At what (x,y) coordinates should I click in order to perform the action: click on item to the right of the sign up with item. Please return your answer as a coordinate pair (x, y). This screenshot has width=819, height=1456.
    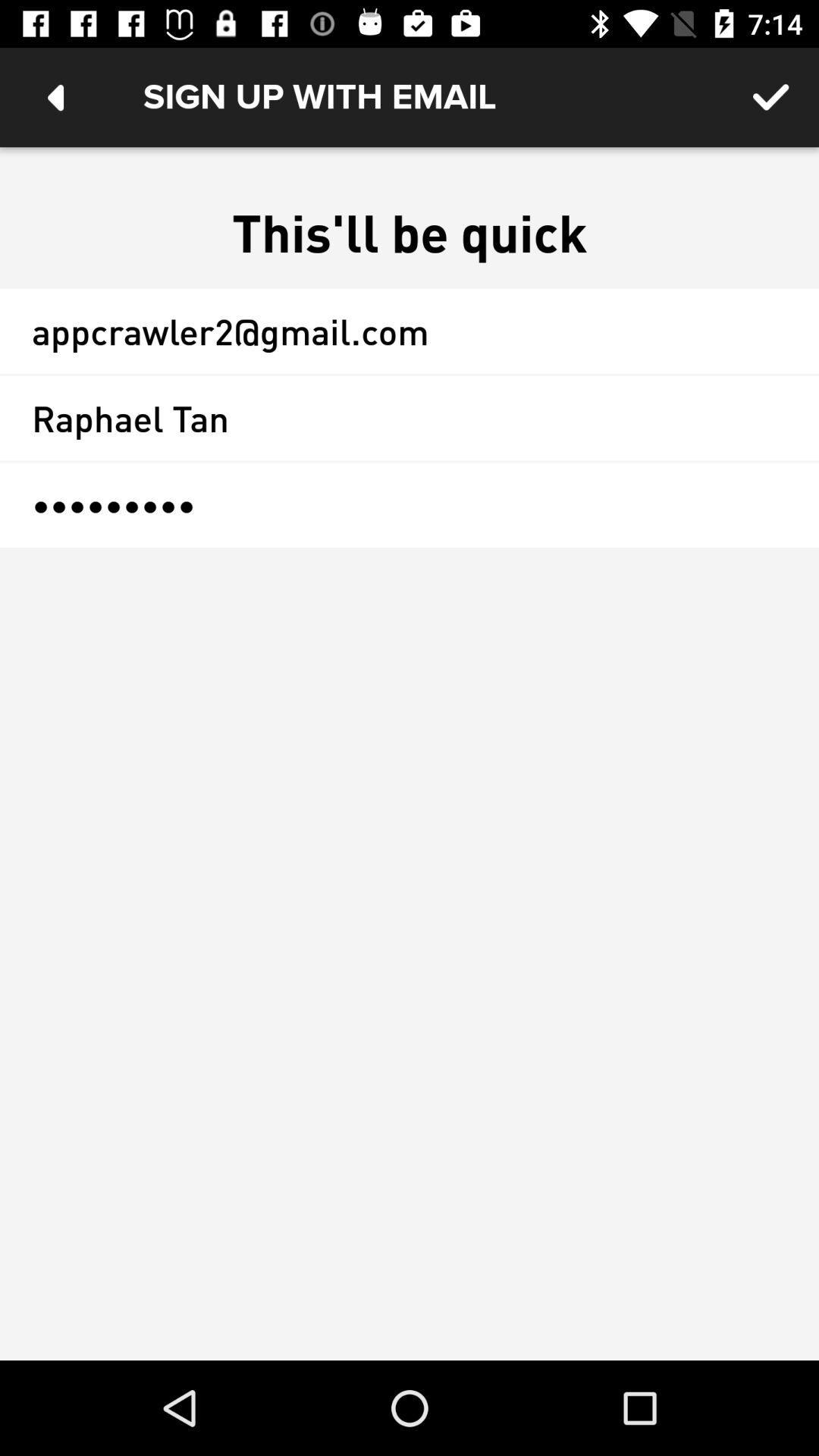
    Looking at the image, I should click on (771, 96).